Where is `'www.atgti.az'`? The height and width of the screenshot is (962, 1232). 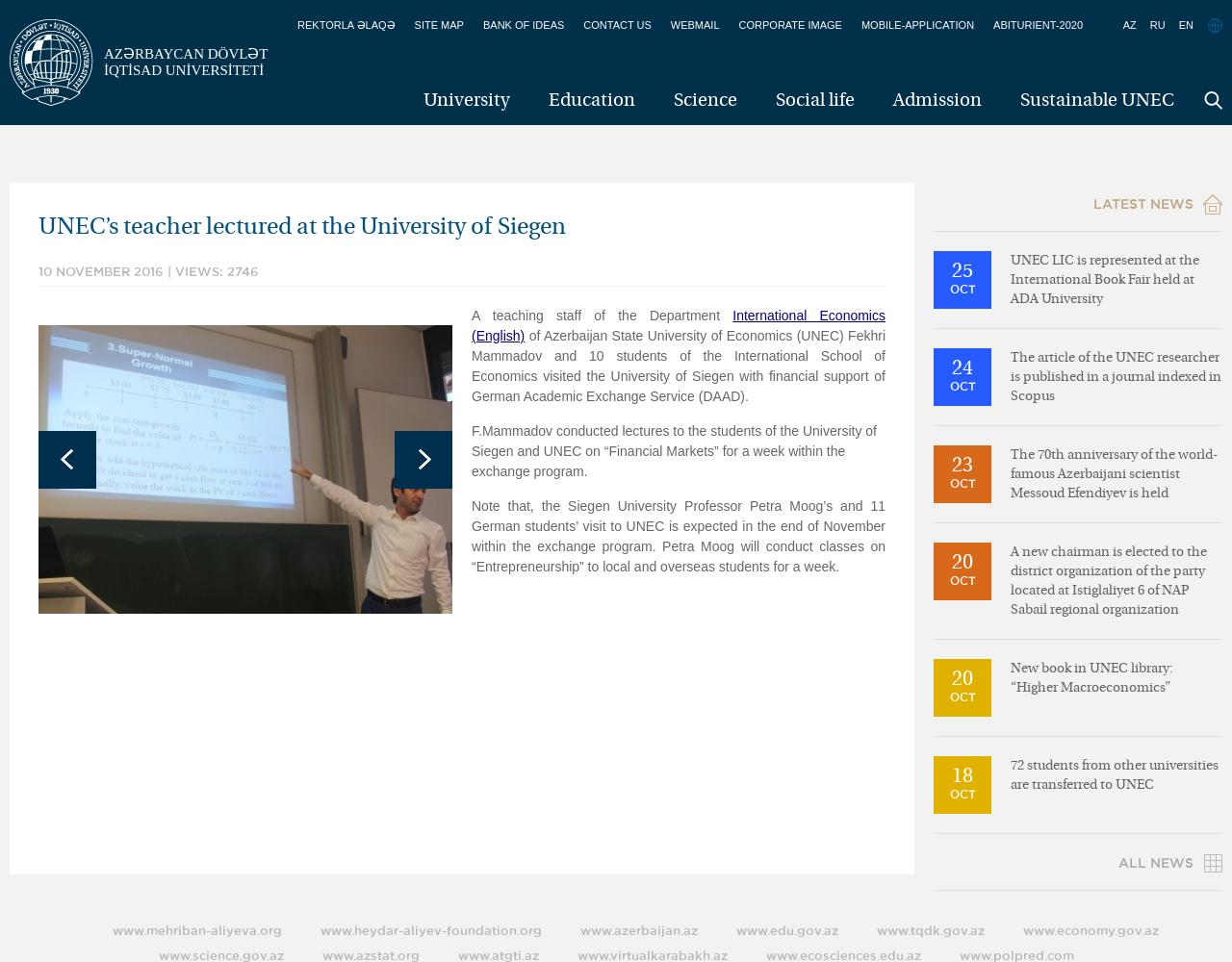 'www.atgti.az' is located at coordinates (456, 954).